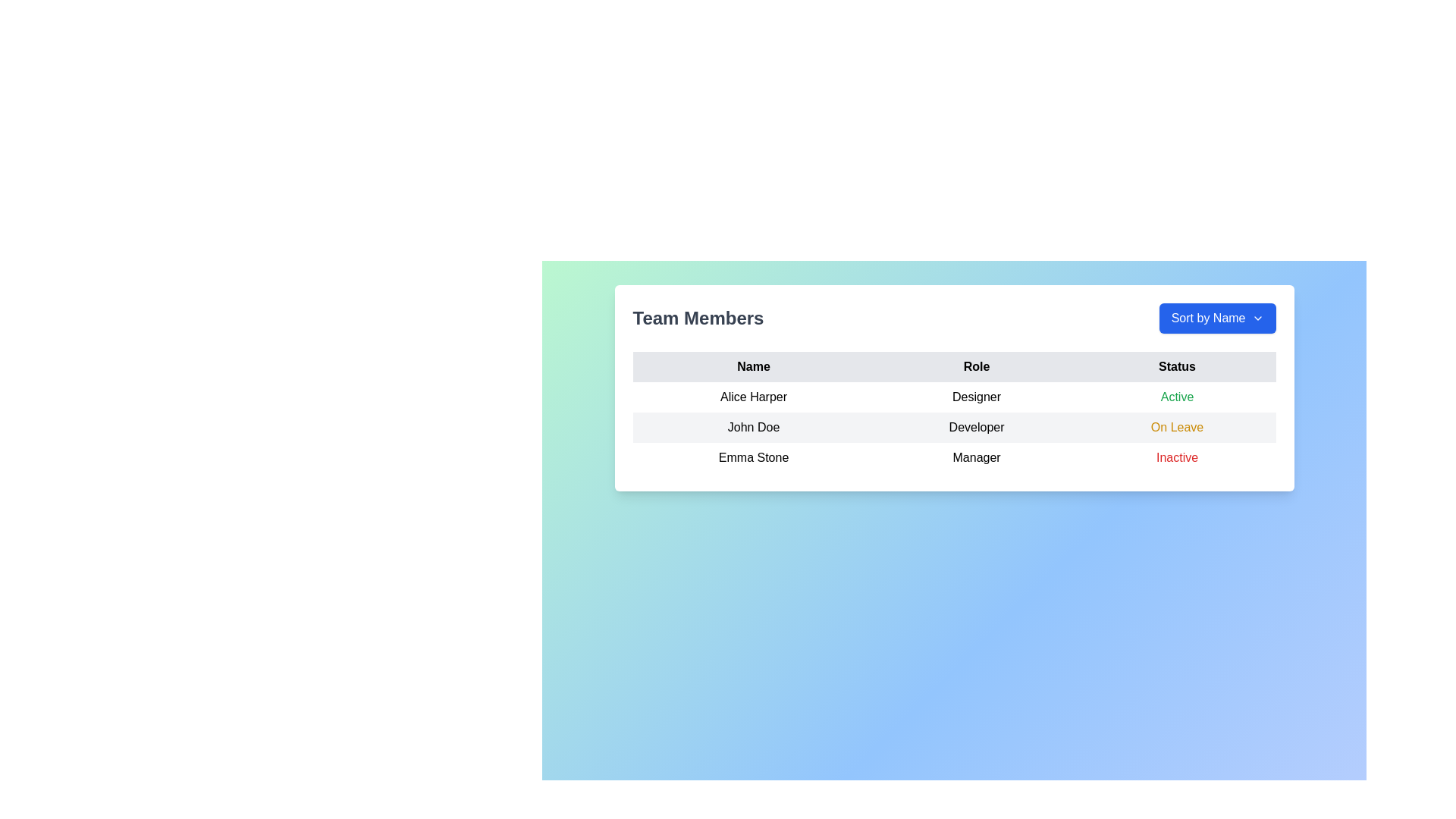 The image size is (1456, 819). Describe the element at coordinates (953, 457) in the screenshot. I see `name, role, and status information from the tabular row displaying details for 'Emma Stone', the 'Manager' with 'Inactive' status` at that location.